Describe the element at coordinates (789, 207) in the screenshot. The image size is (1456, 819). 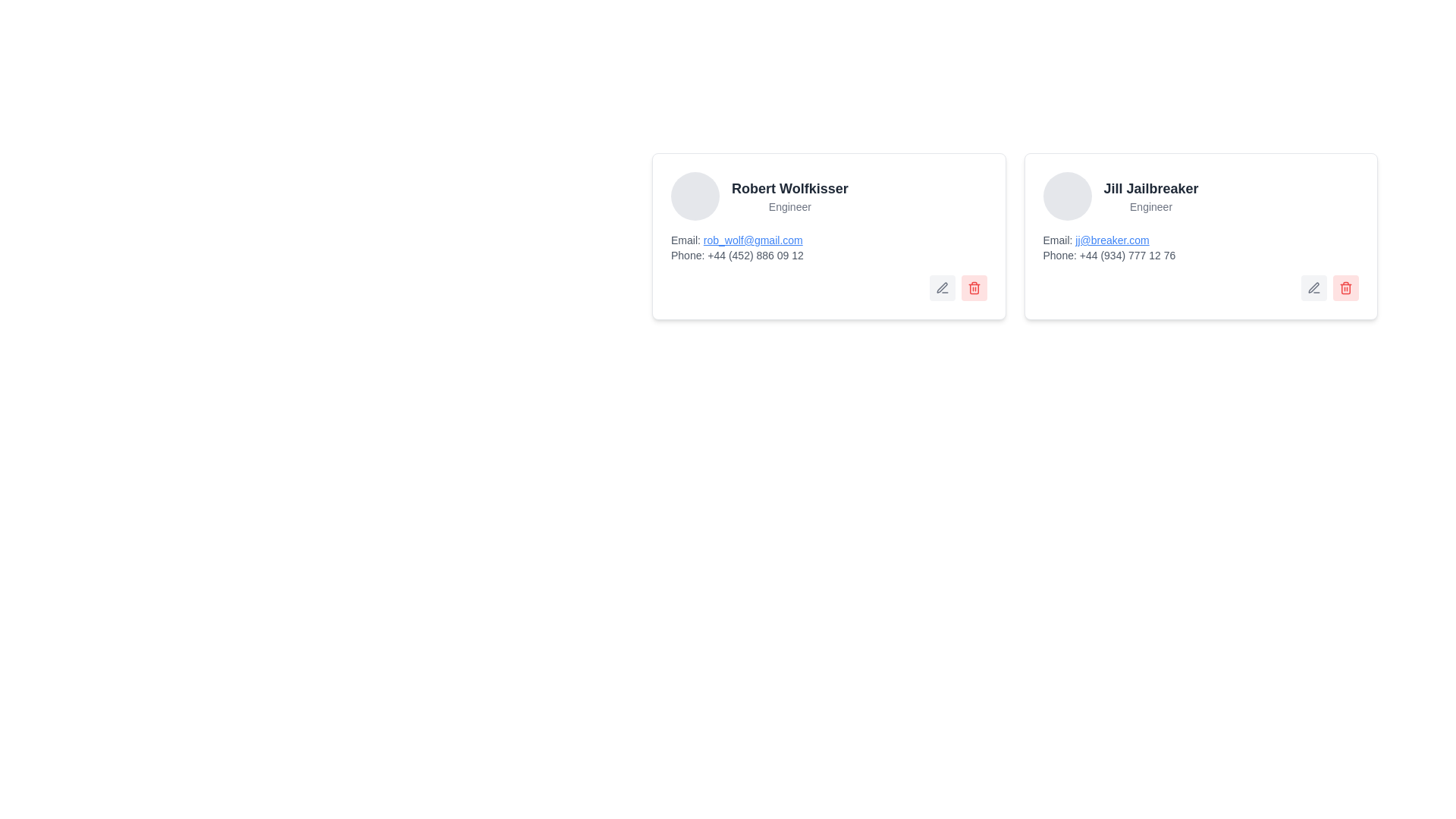
I see `the text label that serves as a descriptor for the individual named 'Robert Wolfkisser', positioned below the title text within the card component` at that location.